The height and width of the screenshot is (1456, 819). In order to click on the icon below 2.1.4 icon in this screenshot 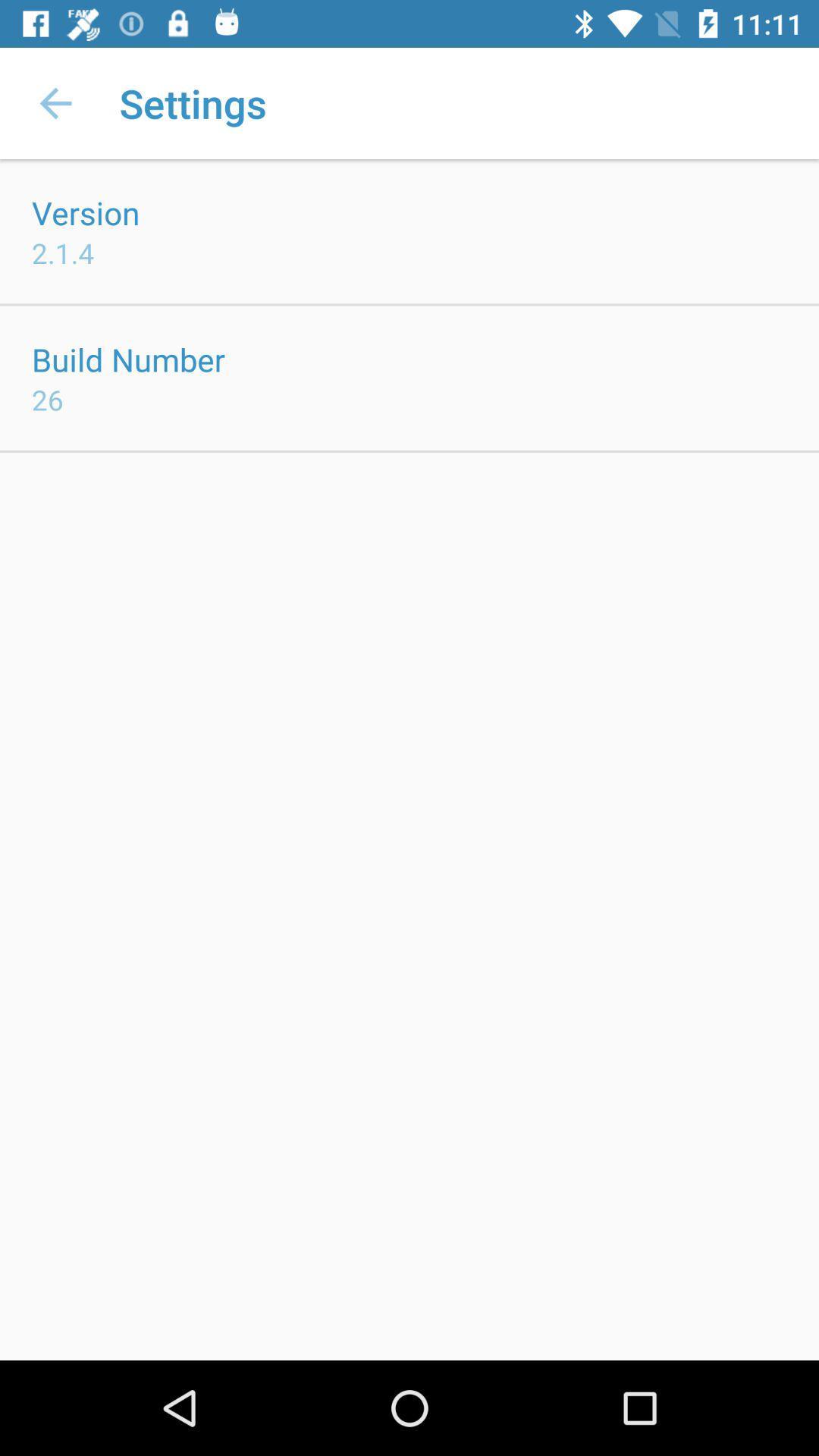, I will do `click(127, 359)`.